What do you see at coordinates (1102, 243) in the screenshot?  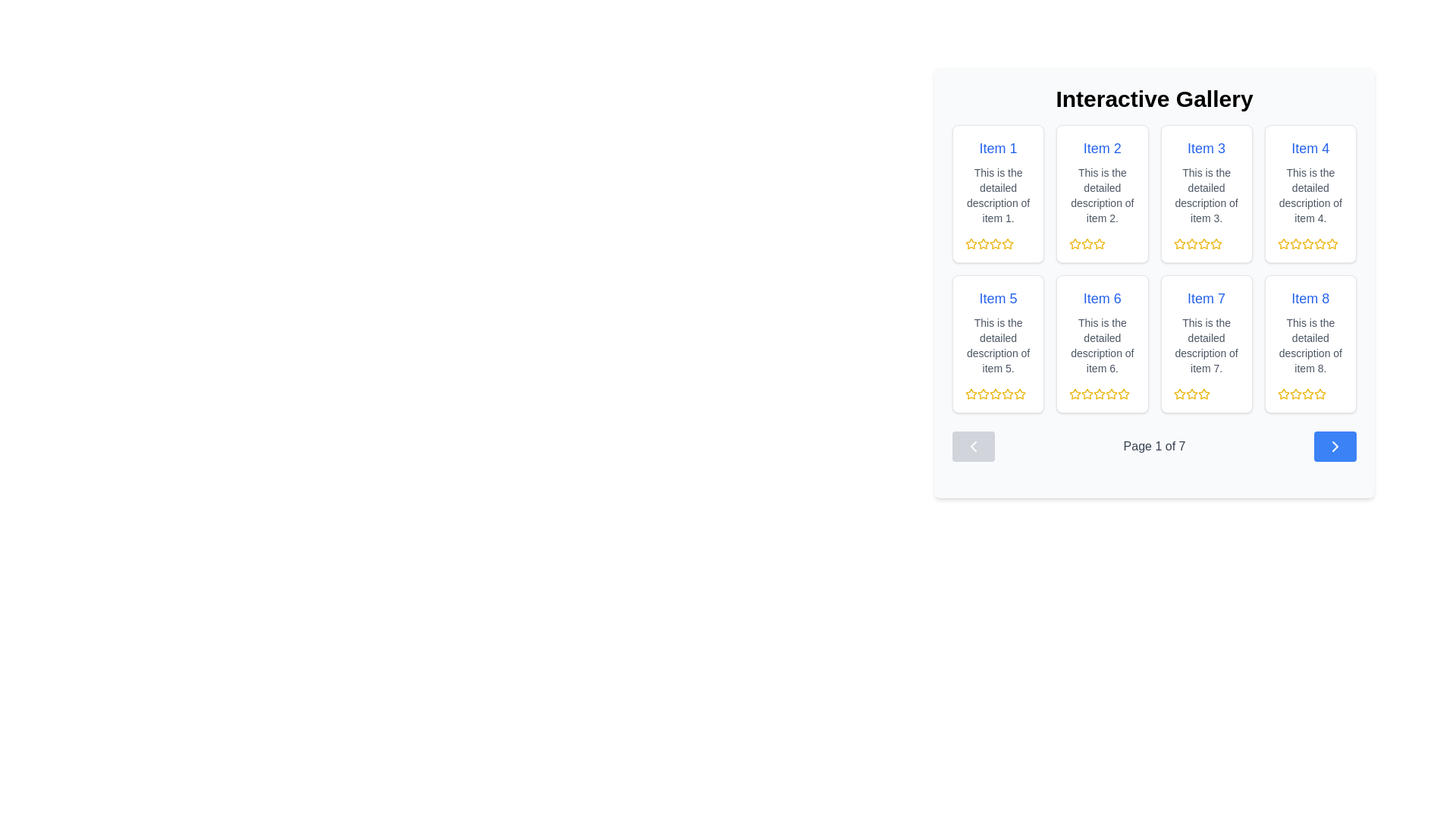 I see `the third star icon in the rating system below 'Item 2'` at bounding box center [1102, 243].